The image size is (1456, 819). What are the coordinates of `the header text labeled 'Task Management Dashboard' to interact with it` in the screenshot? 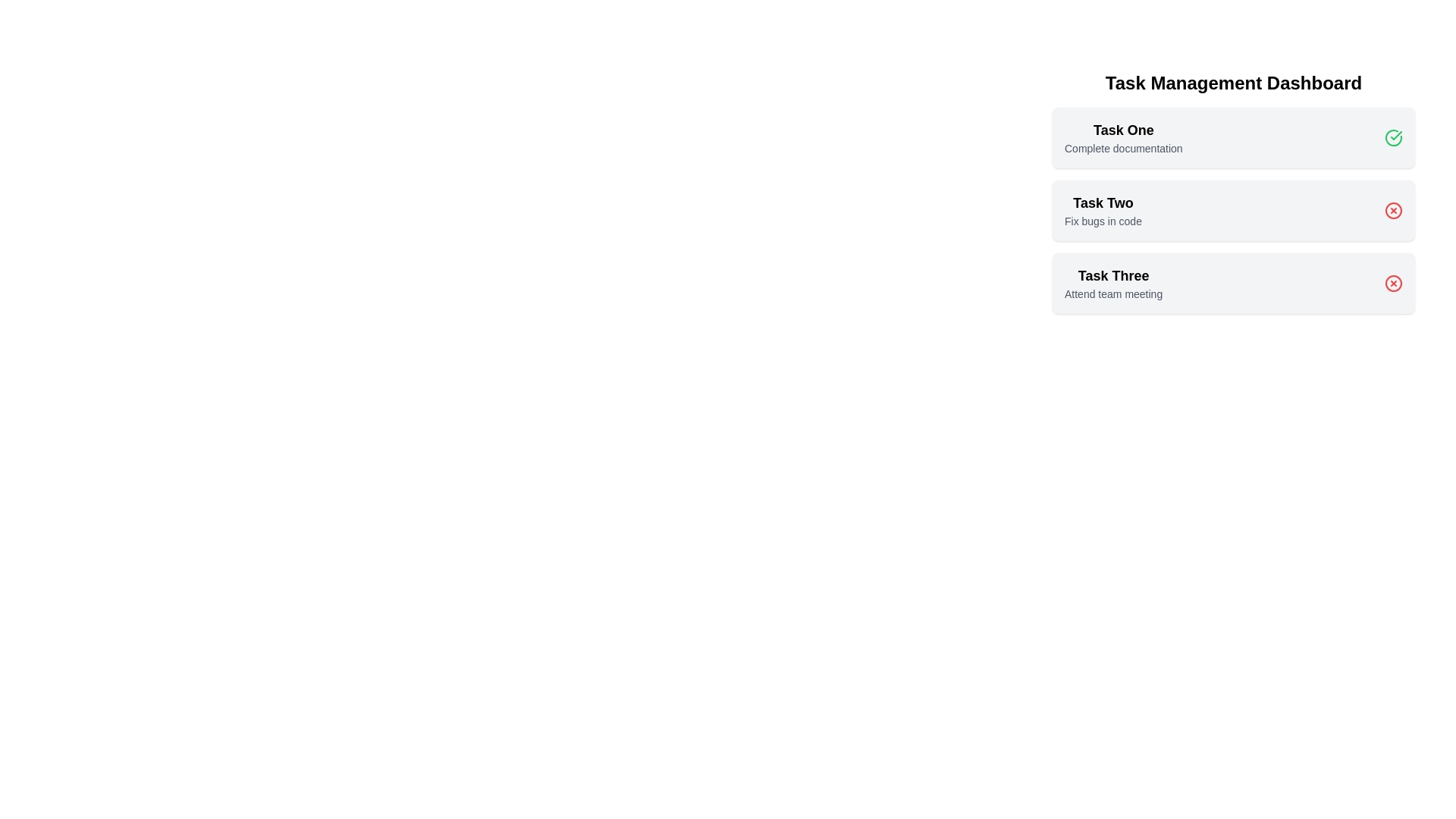 It's located at (1234, 83).